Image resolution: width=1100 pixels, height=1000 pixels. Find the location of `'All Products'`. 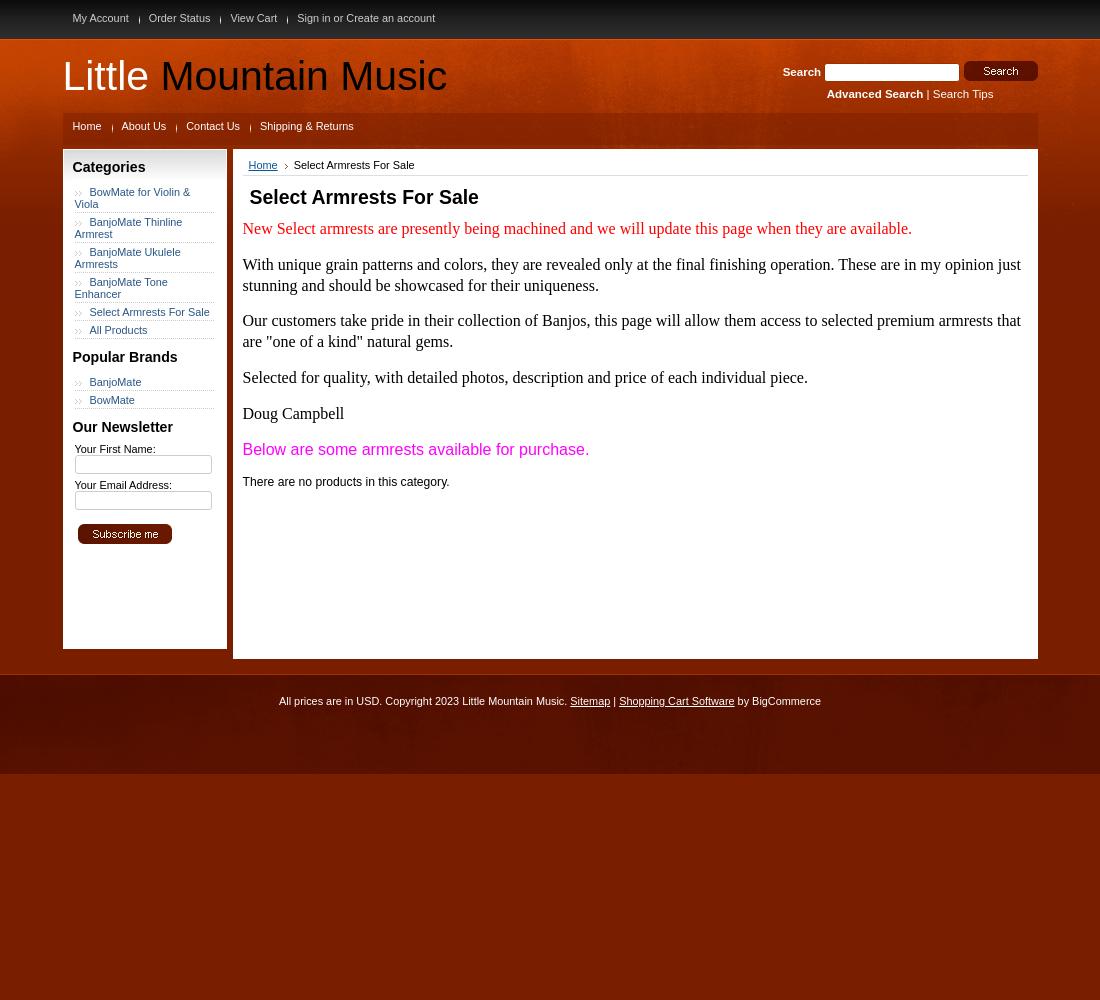

'All Products' is located at coordinates (118, 329).